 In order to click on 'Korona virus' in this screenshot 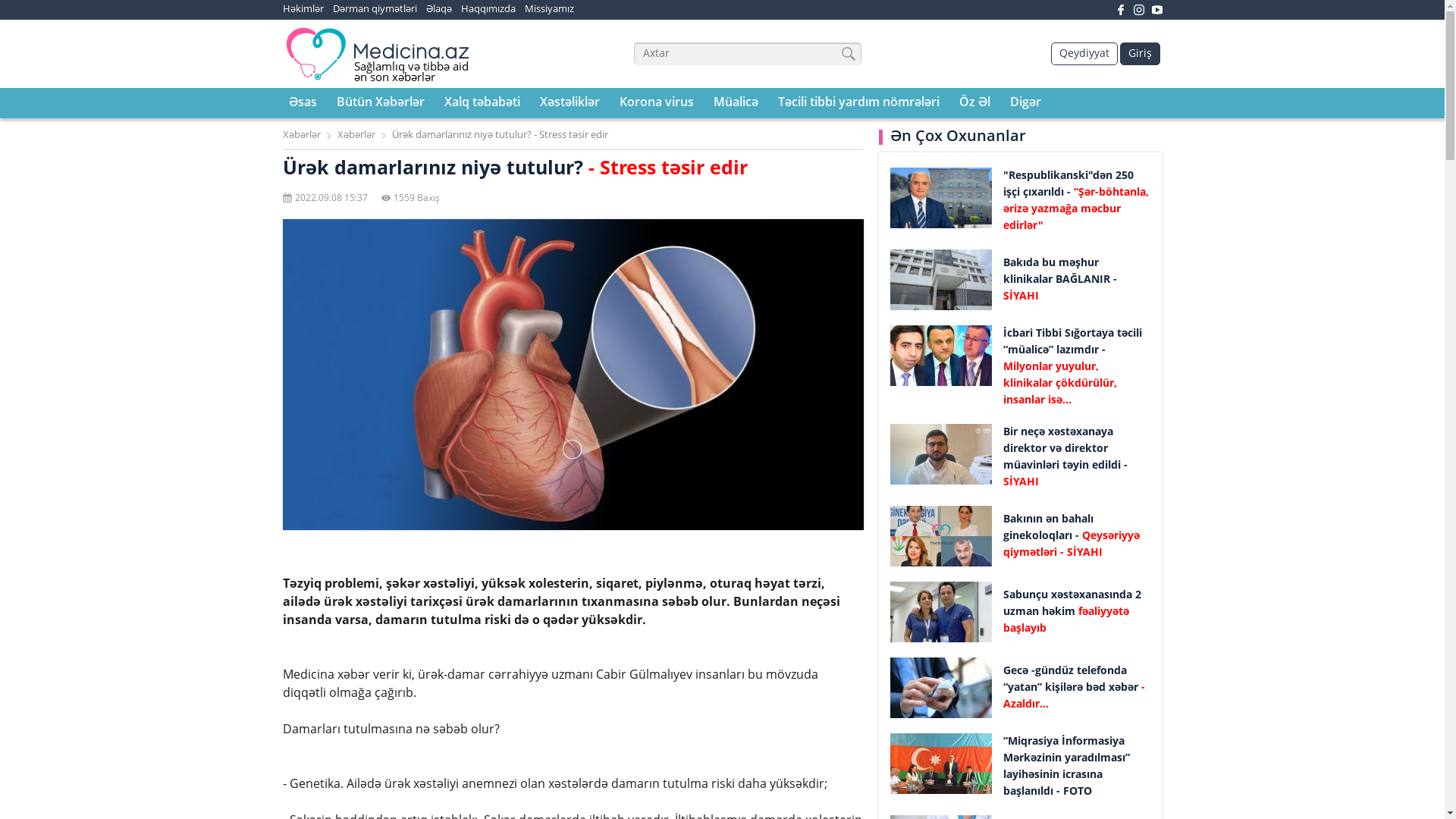, I will do `click(655, 102)`.